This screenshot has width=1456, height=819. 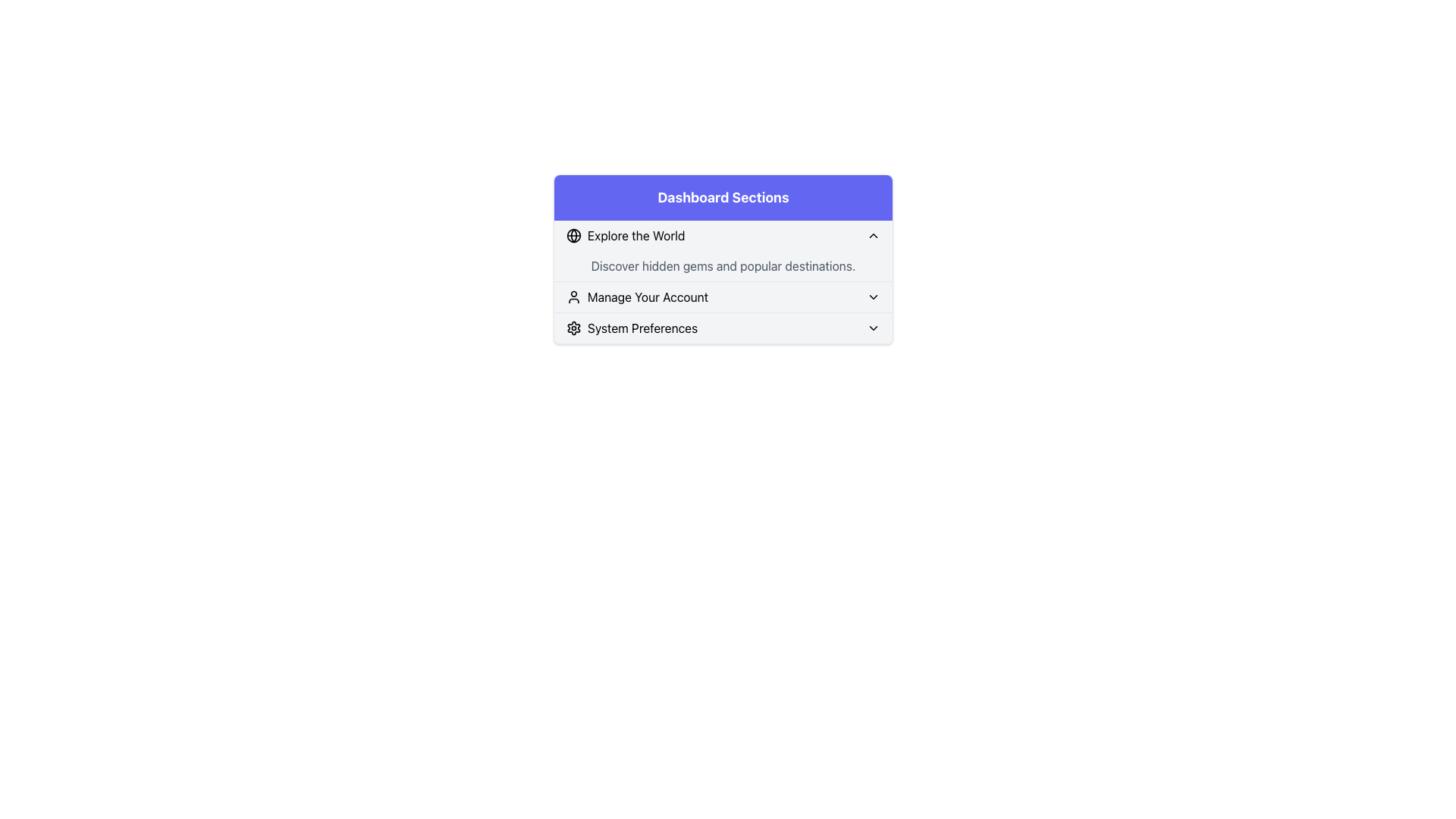 I want to click on the expand/collapse icon at the right edge of the 'Explore the World' section, so click(x=874, y=236).